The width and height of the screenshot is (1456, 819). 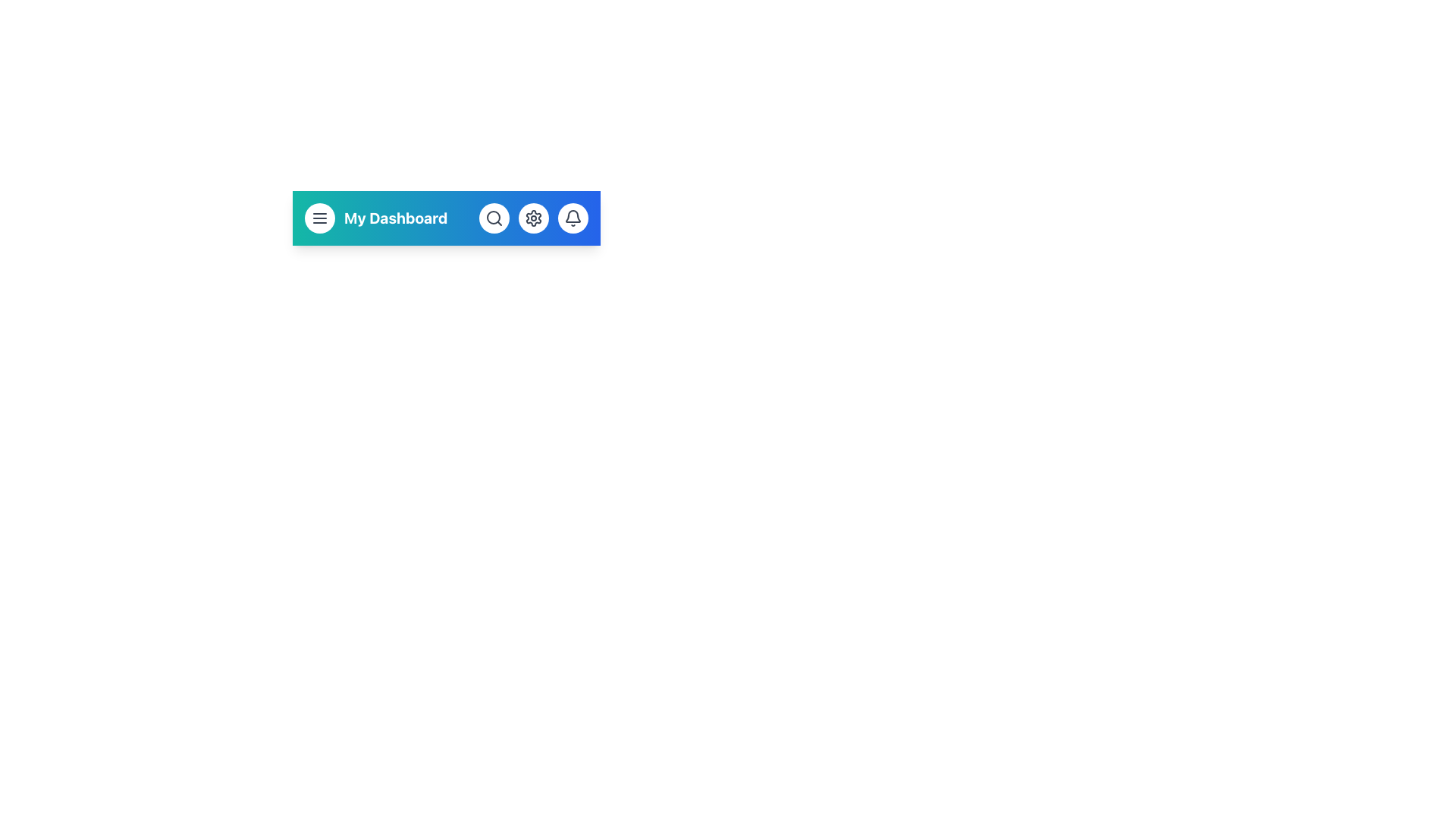 I want to click on the search button, which is the first circular icon in the top-level navbar layout, located to the right of the 'My Dashboard' menu label, so click(x=494, y=218).